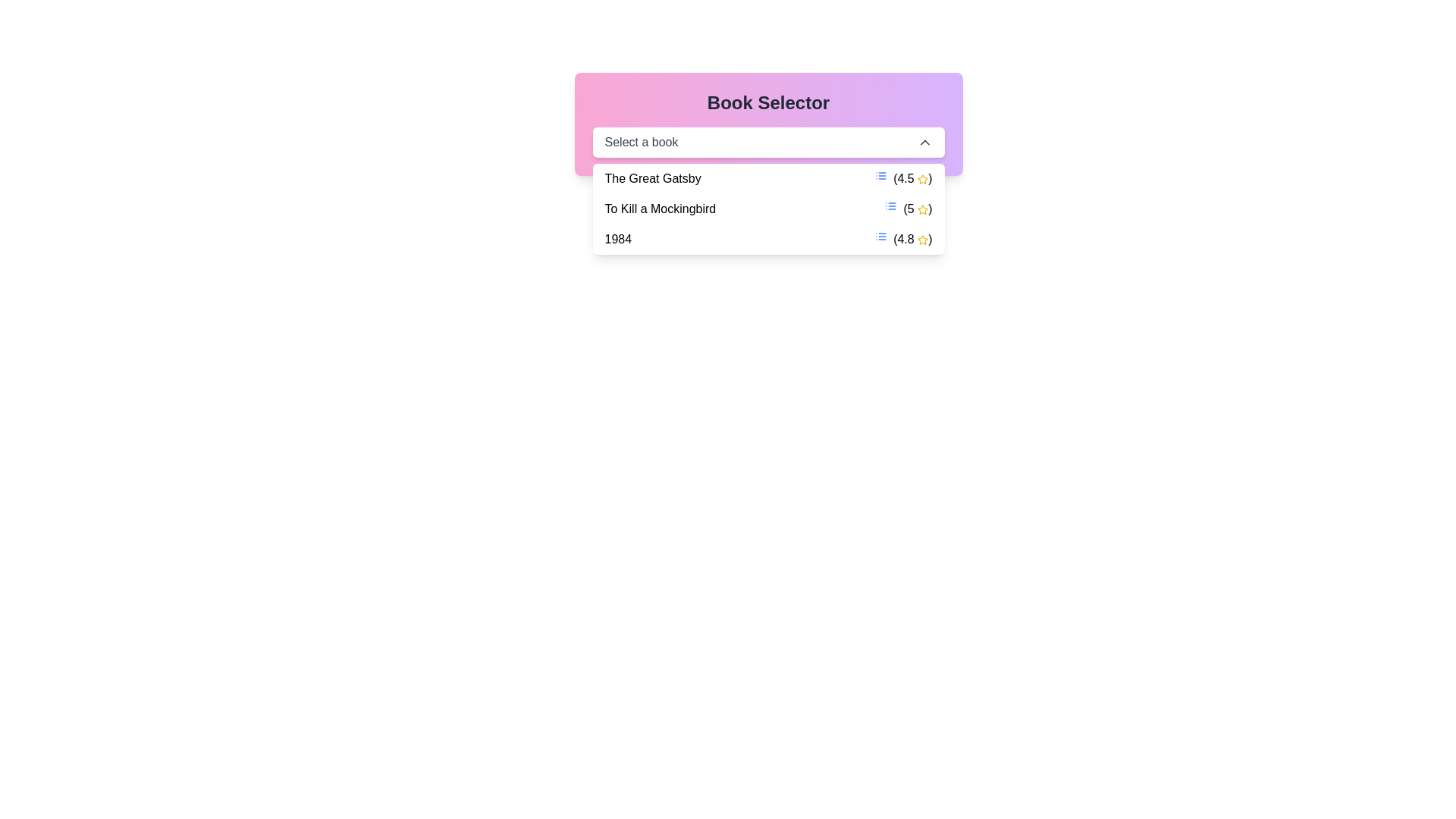  What do you see at coordinates (881, 174) in the screenshot?
I see `the blue horizontal list icon located to the left of the rating text '(4.5 )' for 'The Great Gatsby'` at bounding box center [881, 174].